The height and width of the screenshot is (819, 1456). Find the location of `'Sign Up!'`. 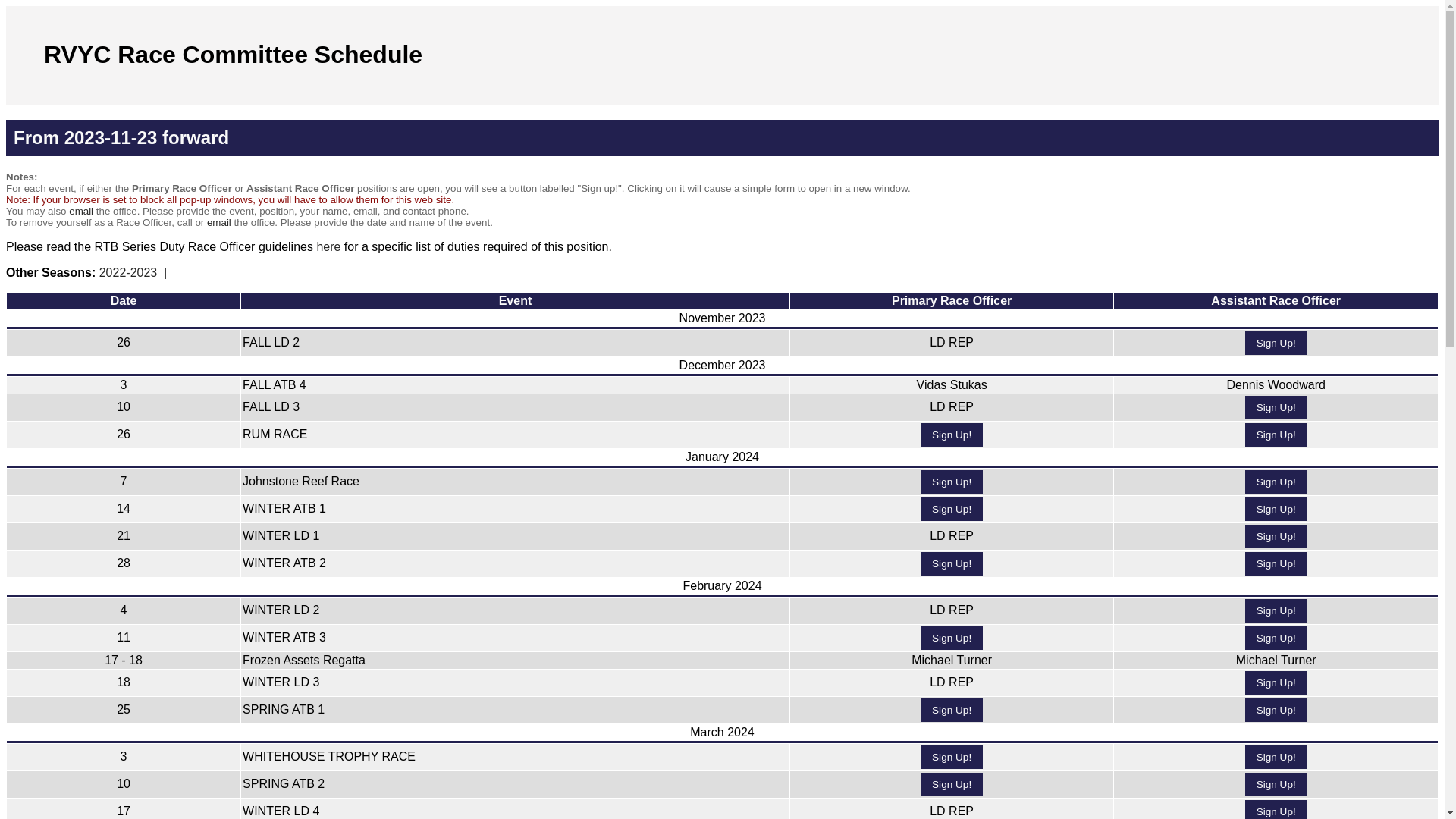

'Sign Up!' is located at coordinates (1244, 535).